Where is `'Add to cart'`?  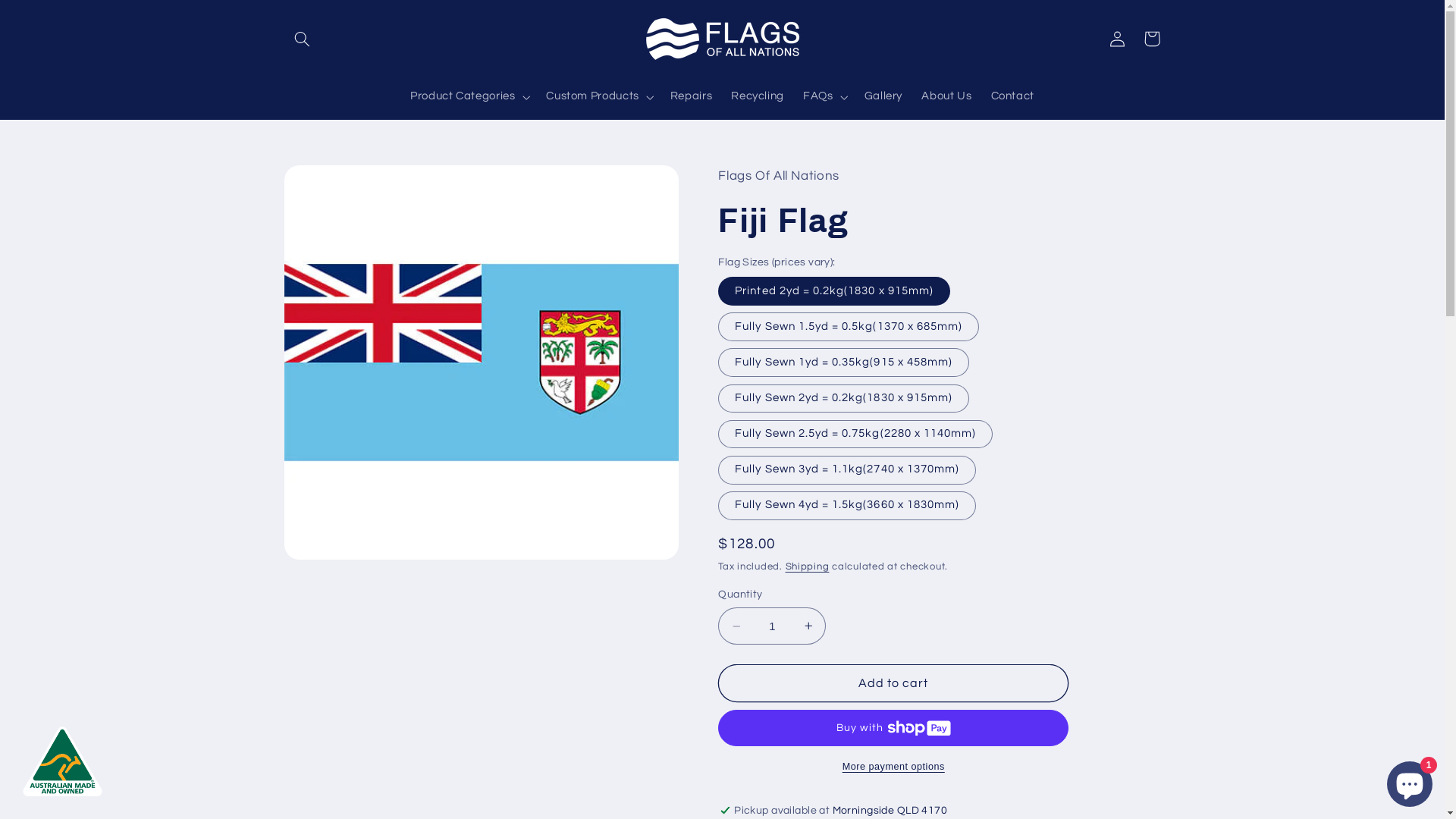
'Add to cart' is located at coordinates (893, 682).